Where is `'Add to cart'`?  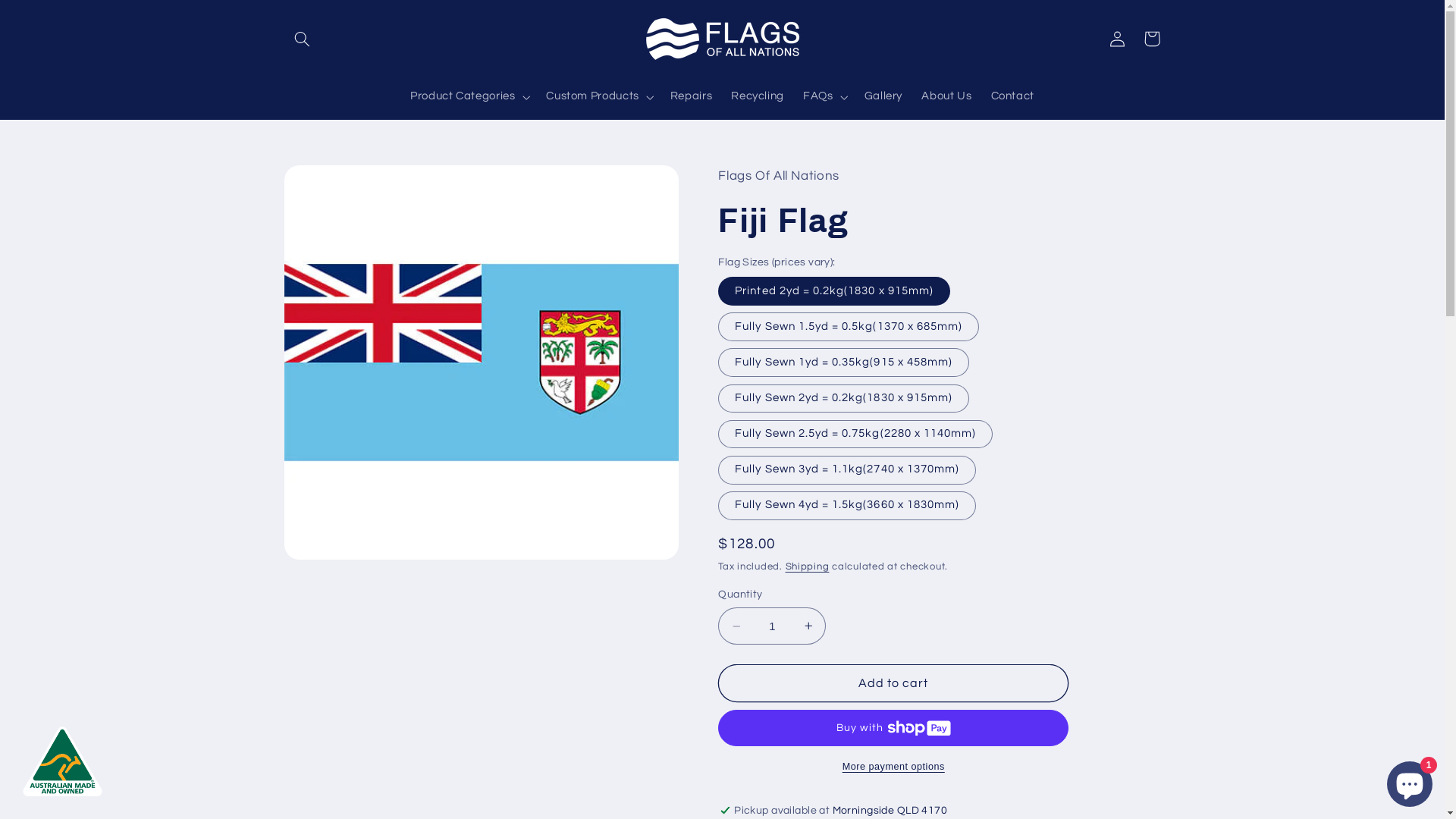
'Add to cart' is located at coordinates (893, 682).